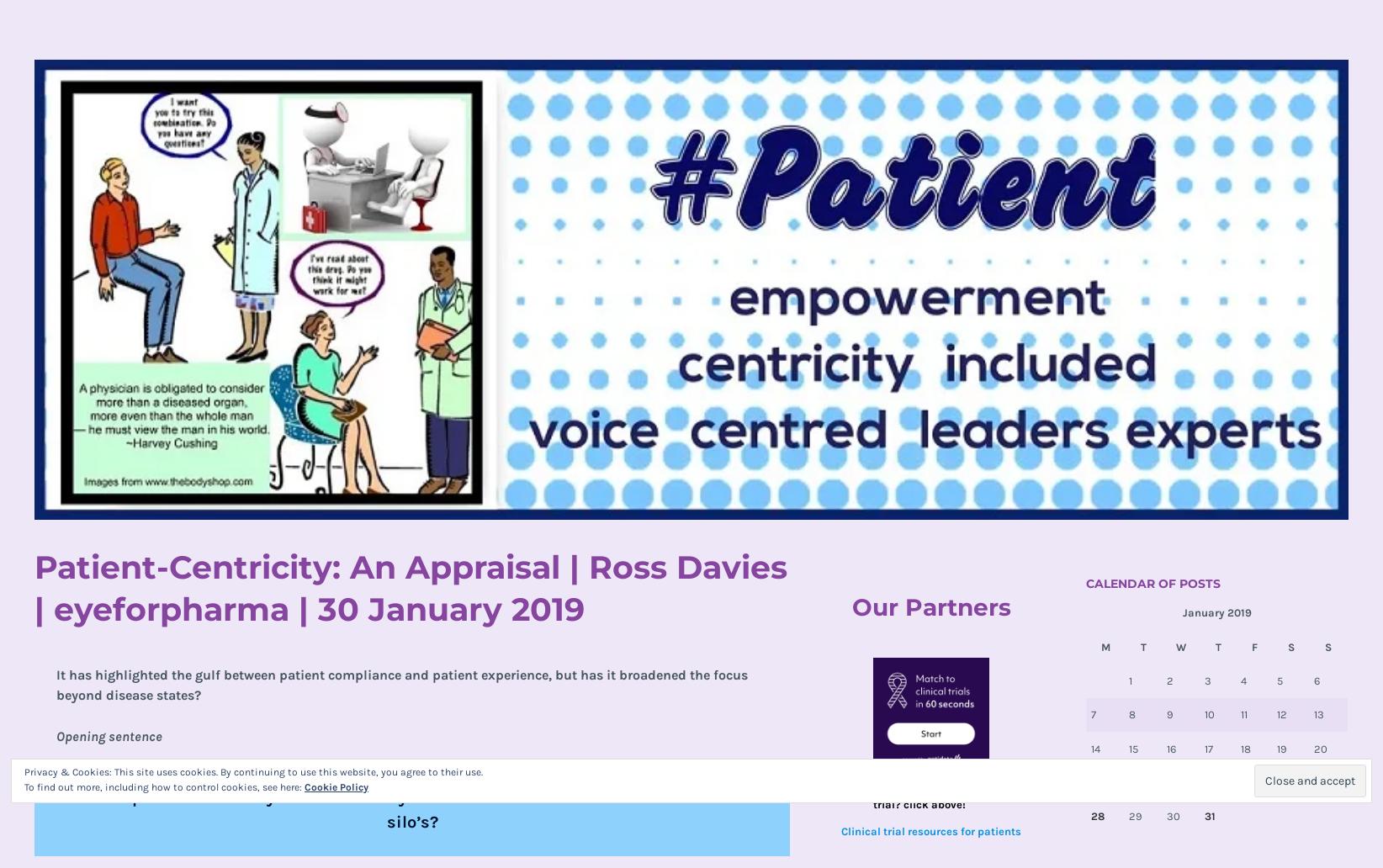  What do you see at coordinates (1128, 680) in the screenshot?
I see `'1'` at bounding box center [1128, 680].